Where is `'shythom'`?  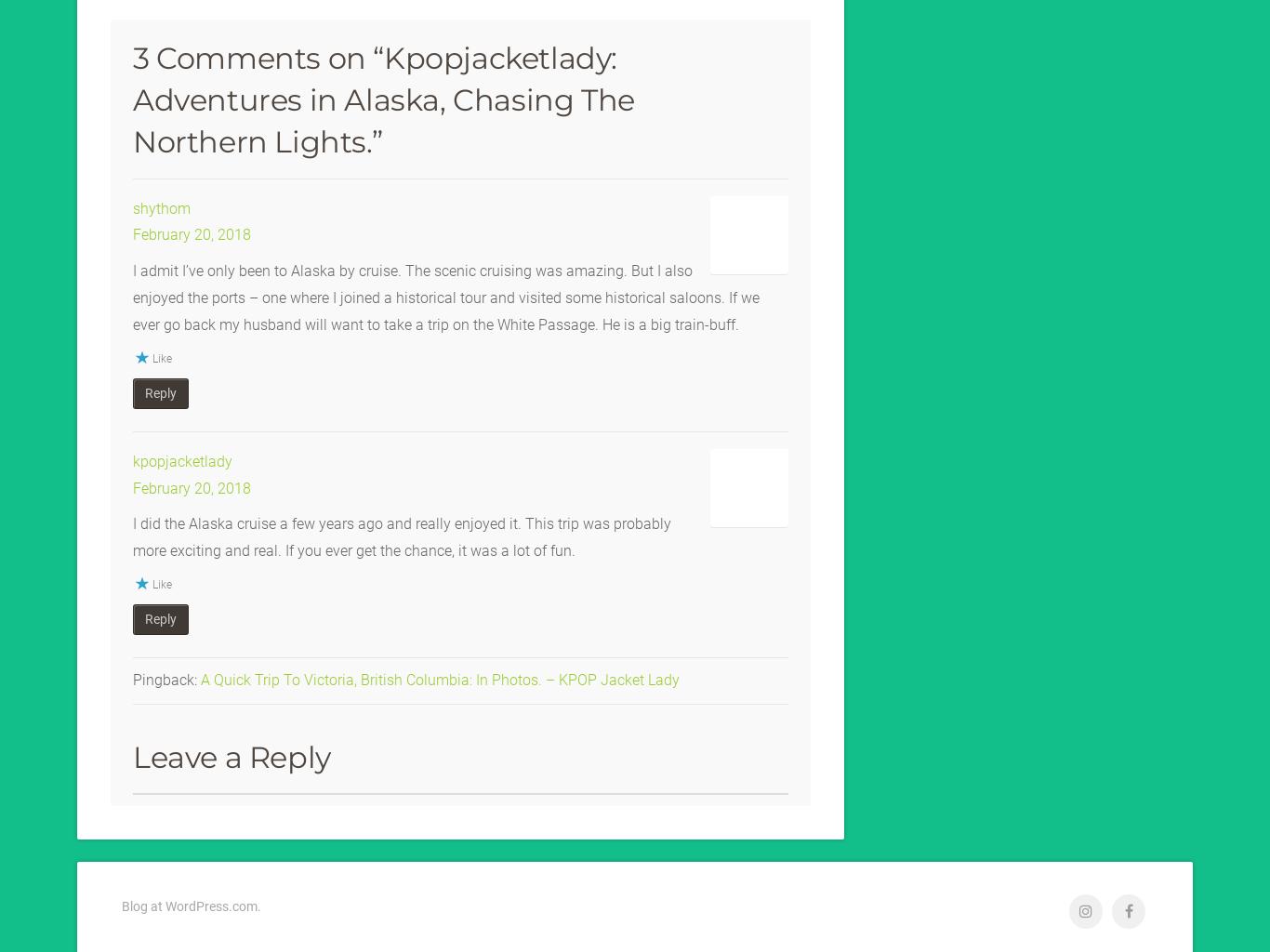 'shythom' is located at coordinates (161, 205).